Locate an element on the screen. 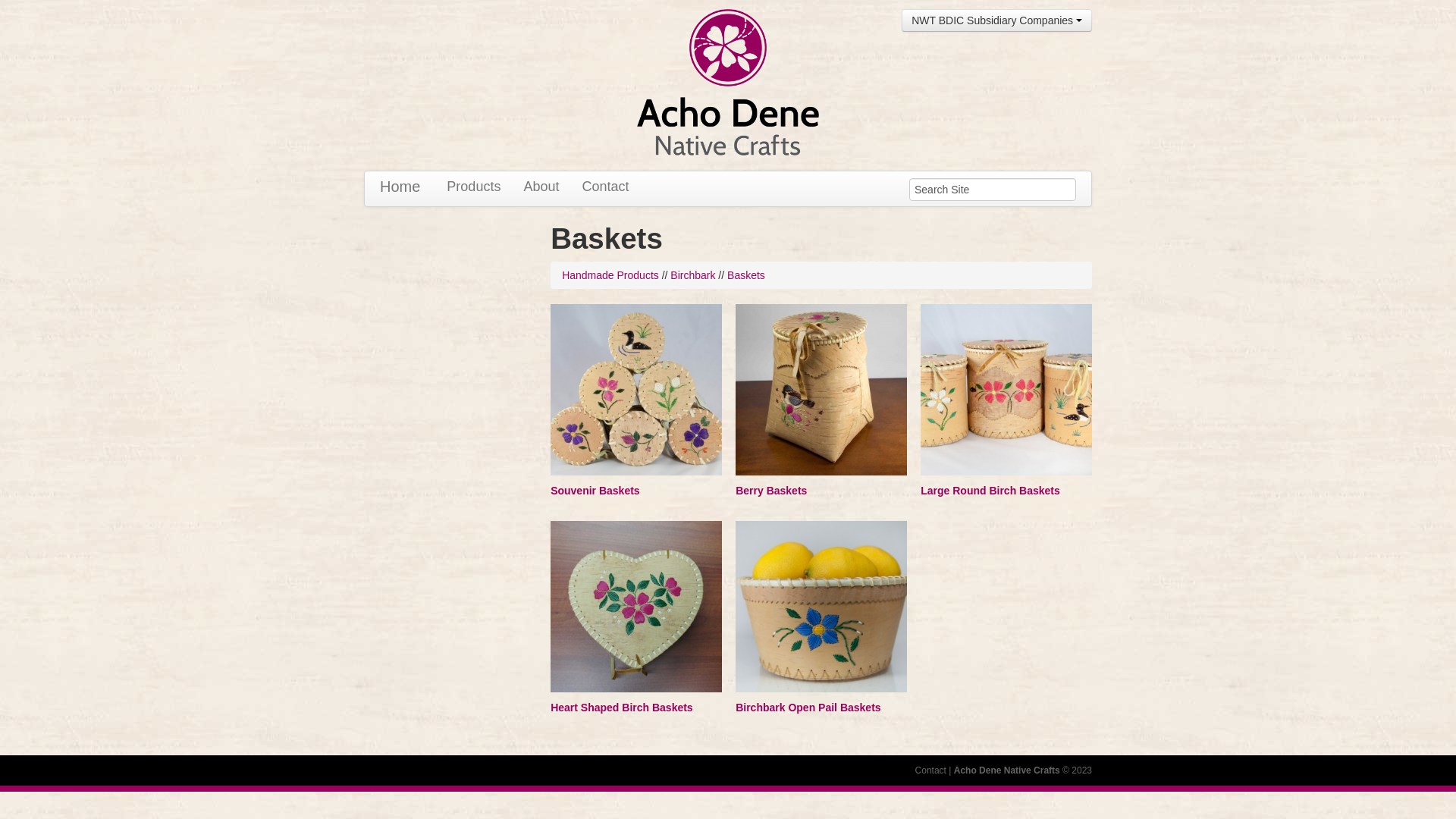  'Berry Baskets' is located at coordinates (771, 491).